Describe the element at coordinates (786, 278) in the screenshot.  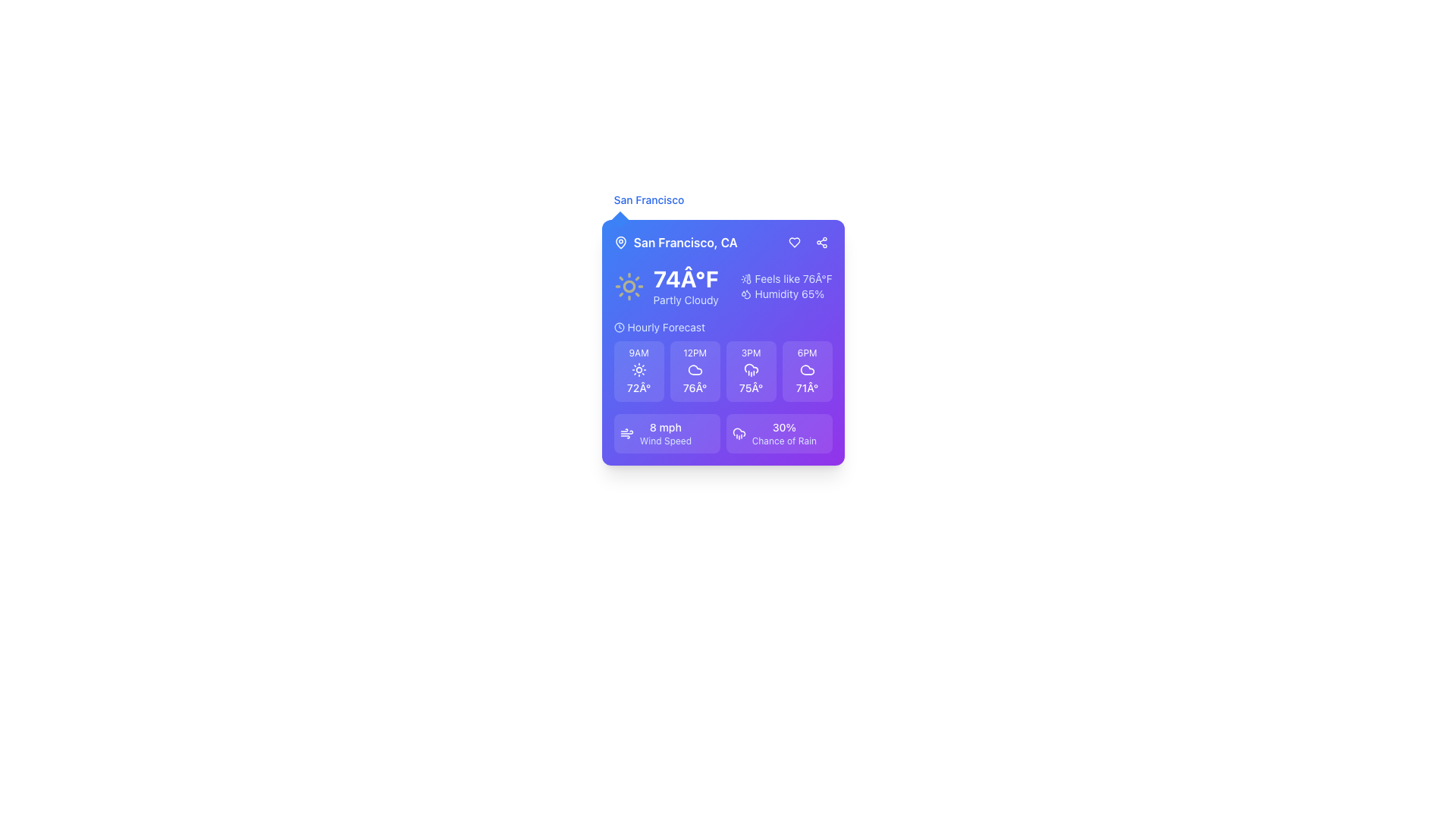
I see `the Text label with icon that displays the apparent temperature in the top right portion of the weather card interface` at that location.